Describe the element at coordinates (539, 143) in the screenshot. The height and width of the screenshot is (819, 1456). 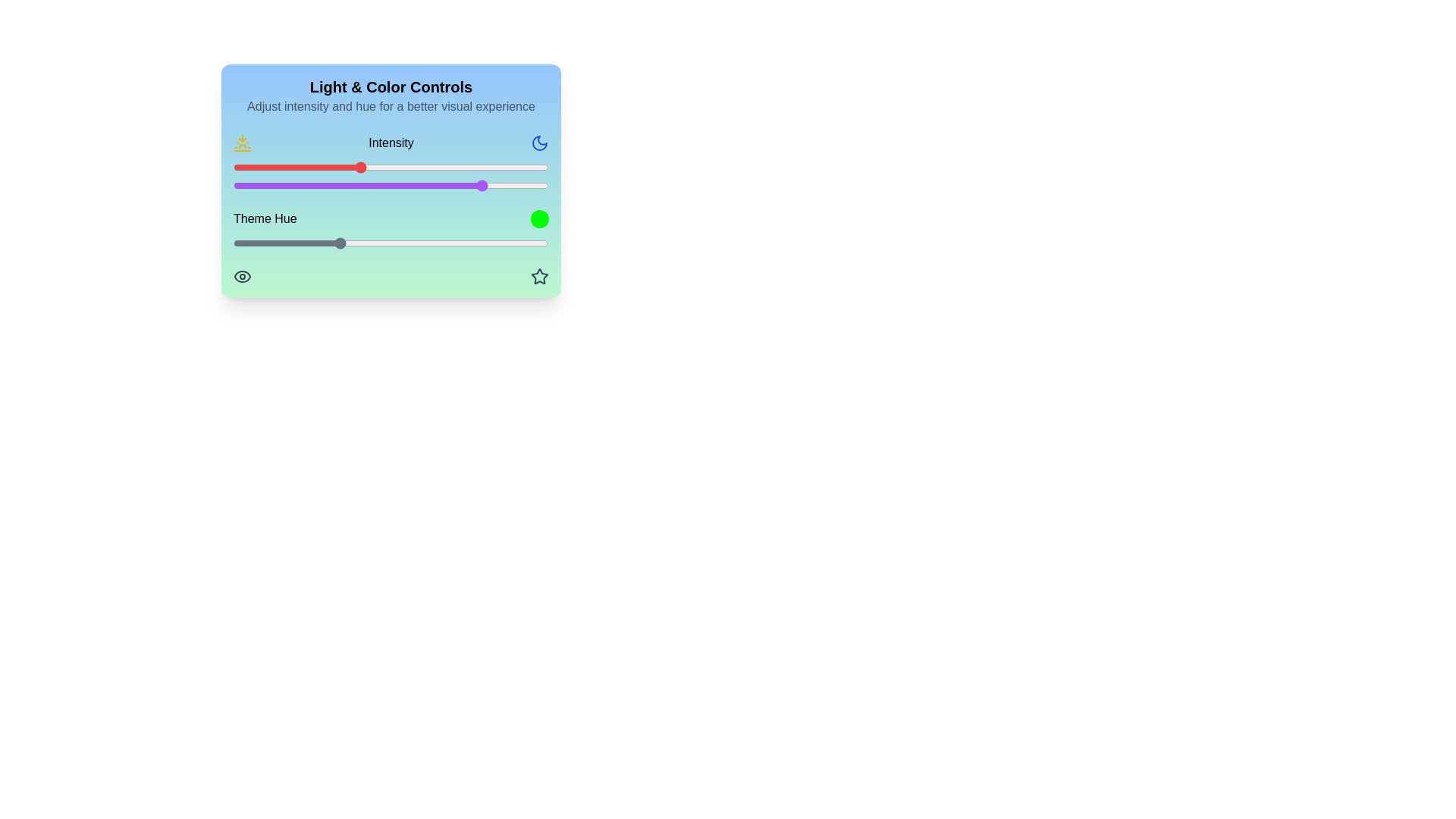
I see `the night mode icon located in the top-right section of the 'Light & Color Controls' panel, near the label 'Intensity'` at that location.